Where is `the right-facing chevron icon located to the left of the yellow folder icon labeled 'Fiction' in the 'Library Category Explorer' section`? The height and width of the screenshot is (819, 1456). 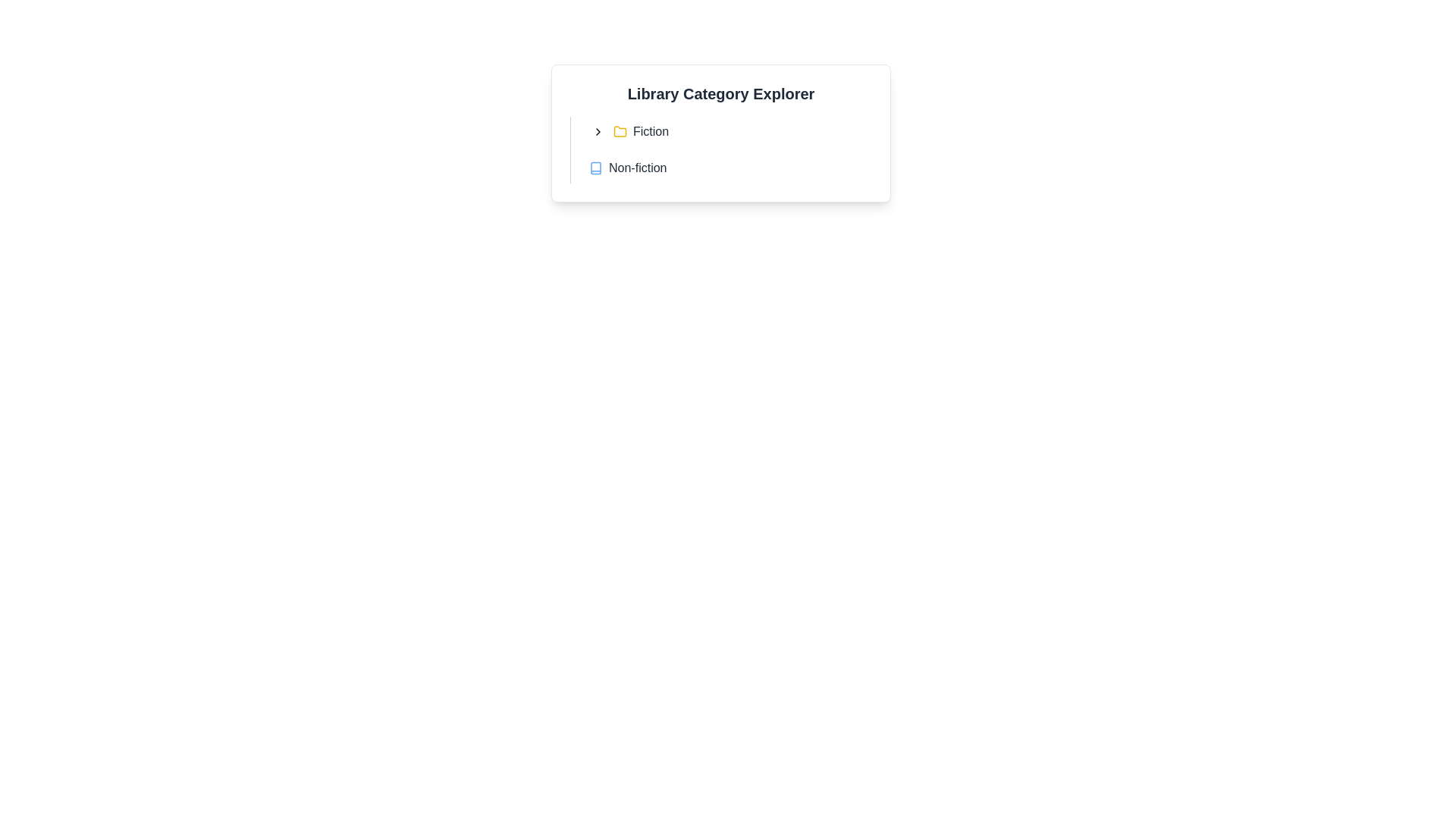 the right-facing chevron icon located to the left of the yellow folder icon labeled 'Fiction' in the 'Library Category Explorer' section is located at coordinates (597, 130).